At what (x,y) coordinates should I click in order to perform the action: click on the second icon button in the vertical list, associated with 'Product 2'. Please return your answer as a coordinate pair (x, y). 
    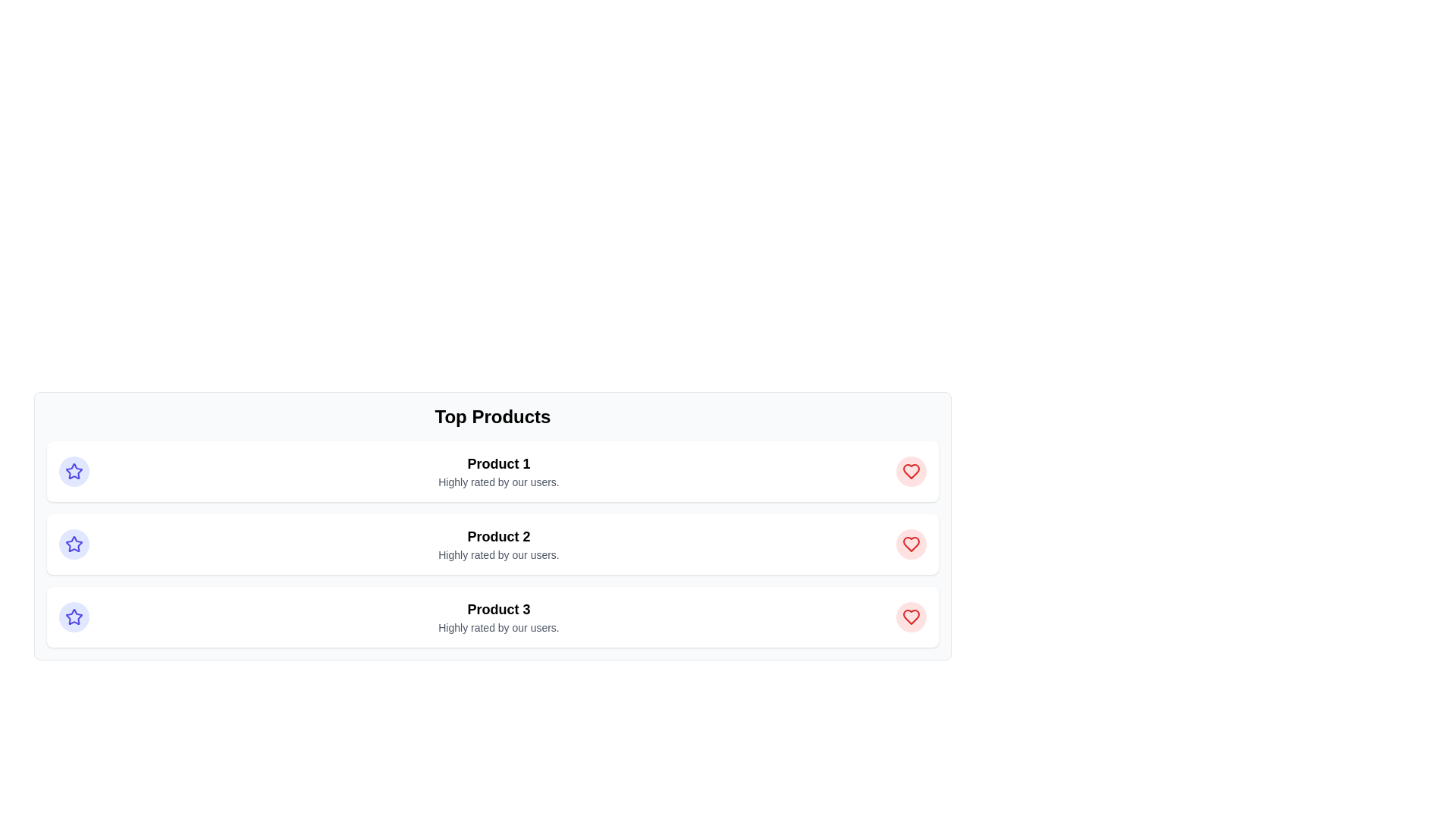
    Looking at the image, I should click on (910, 543).